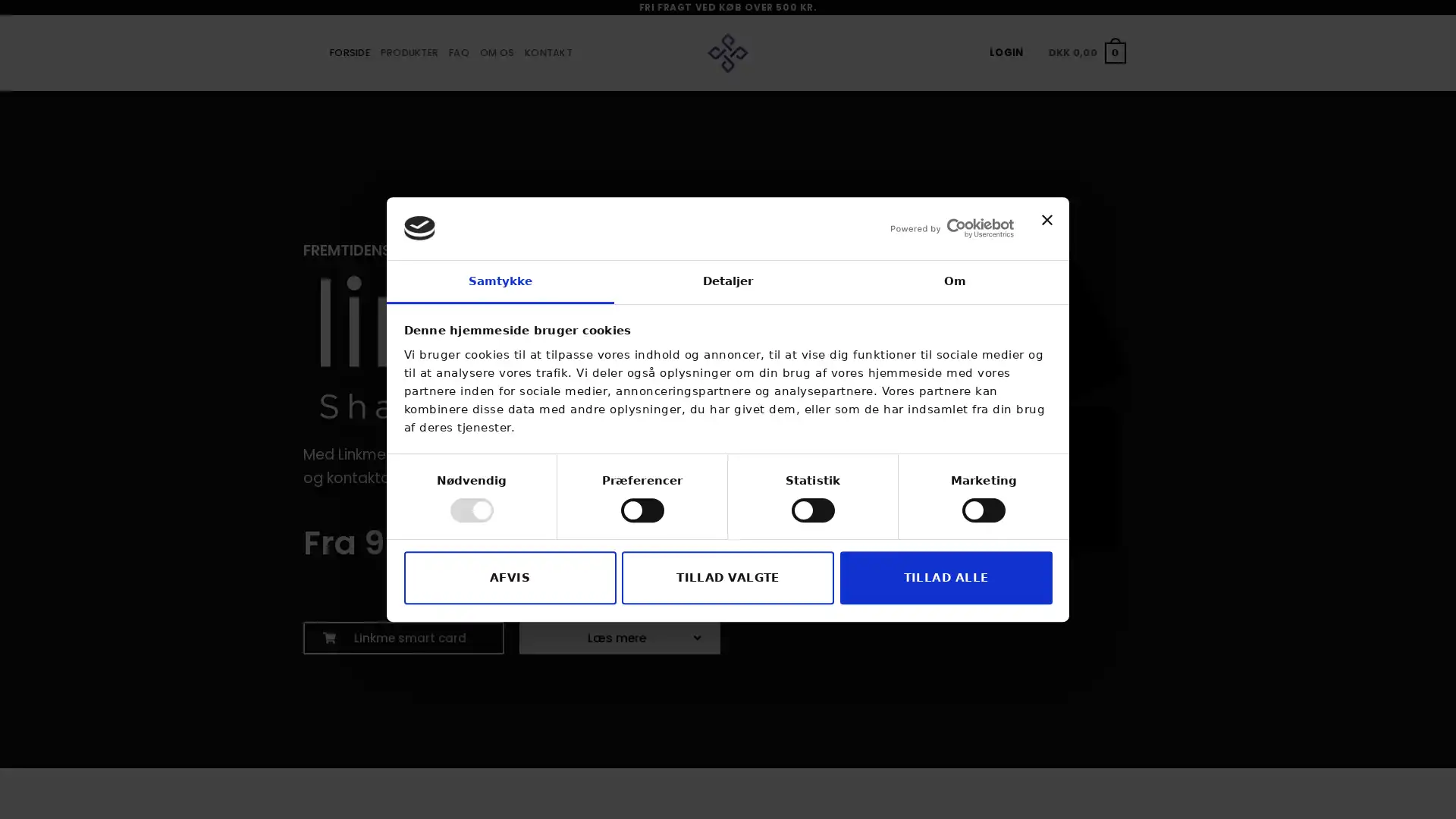 The height and width of the screenshot is (819, 1456). Describe the element at coordinates (945, 578) in the screenshot. I see `TILLAD ALLE` at that location.